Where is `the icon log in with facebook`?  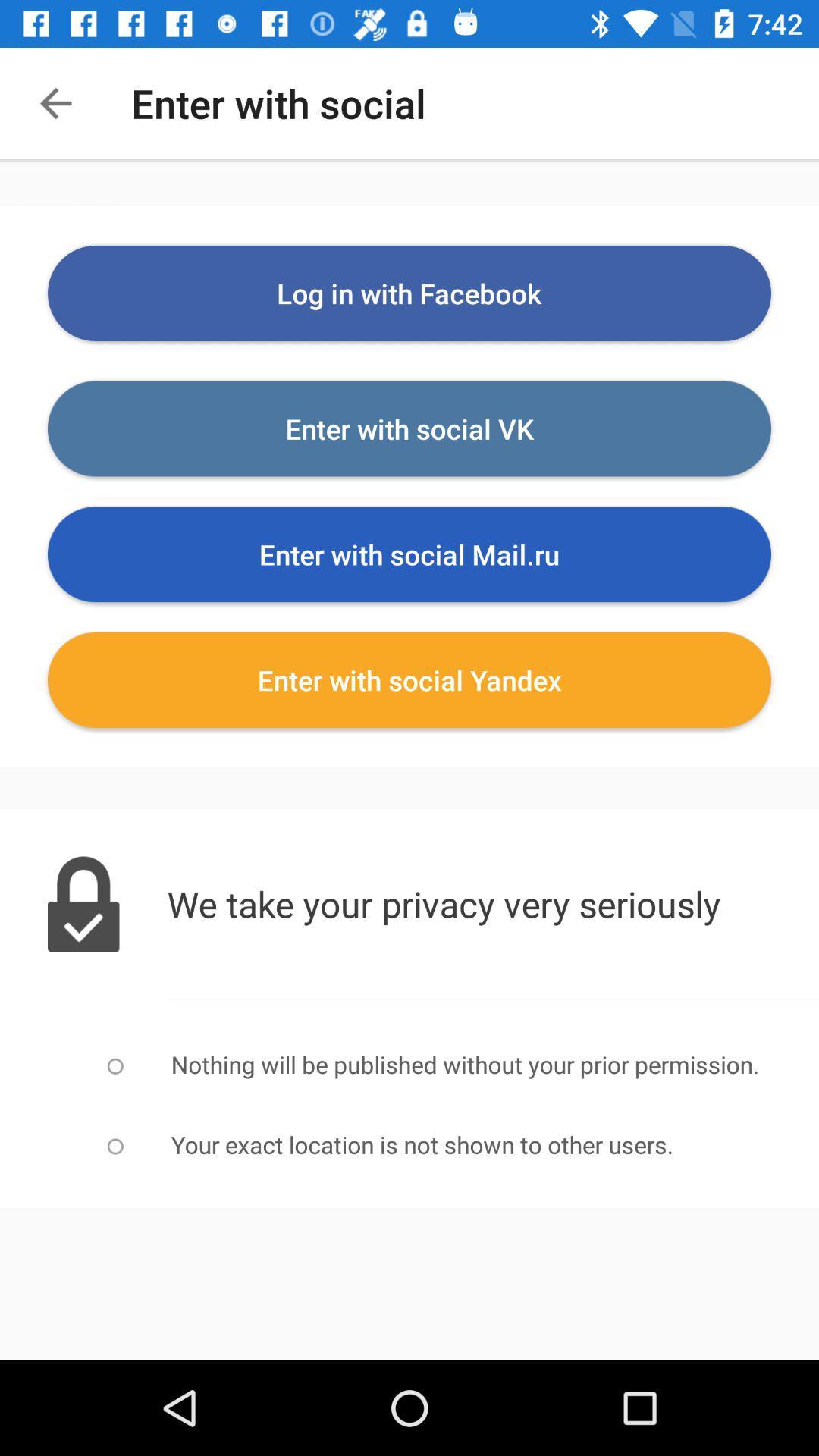 the icon log in with facebook is located at coordinates (409, 293).